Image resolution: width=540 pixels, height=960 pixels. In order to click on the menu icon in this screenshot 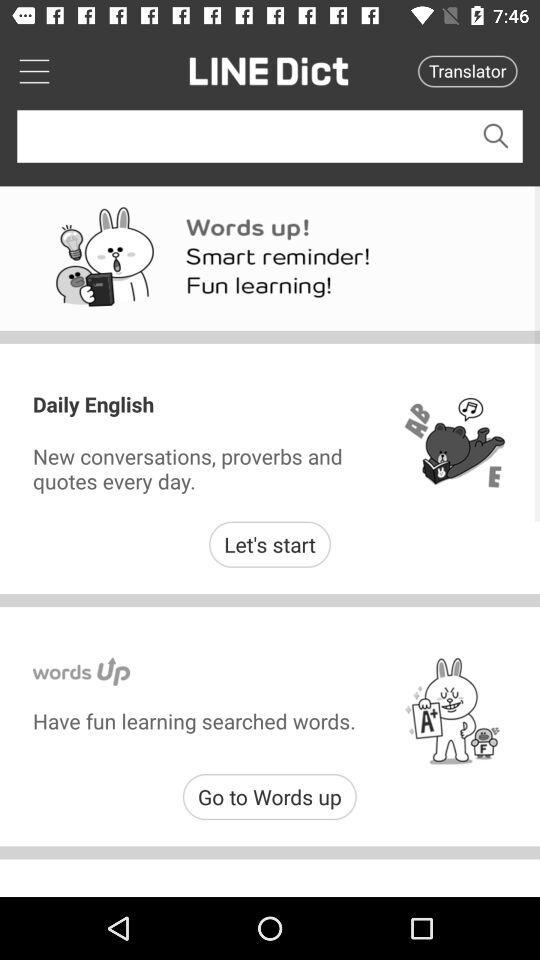, I will do `click(33, 70)`.